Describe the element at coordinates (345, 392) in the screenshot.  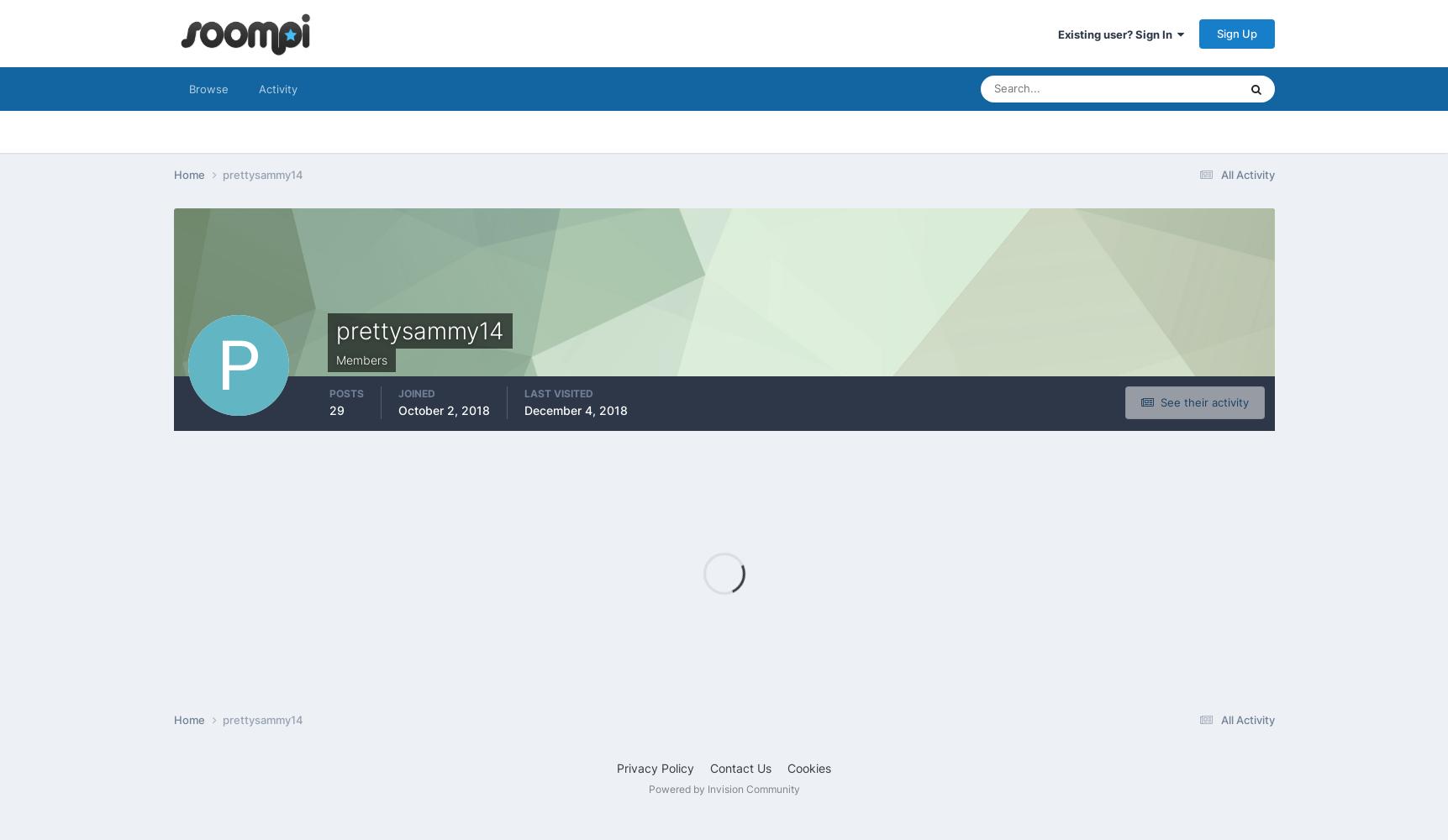
I see `'Posts'` at that location.